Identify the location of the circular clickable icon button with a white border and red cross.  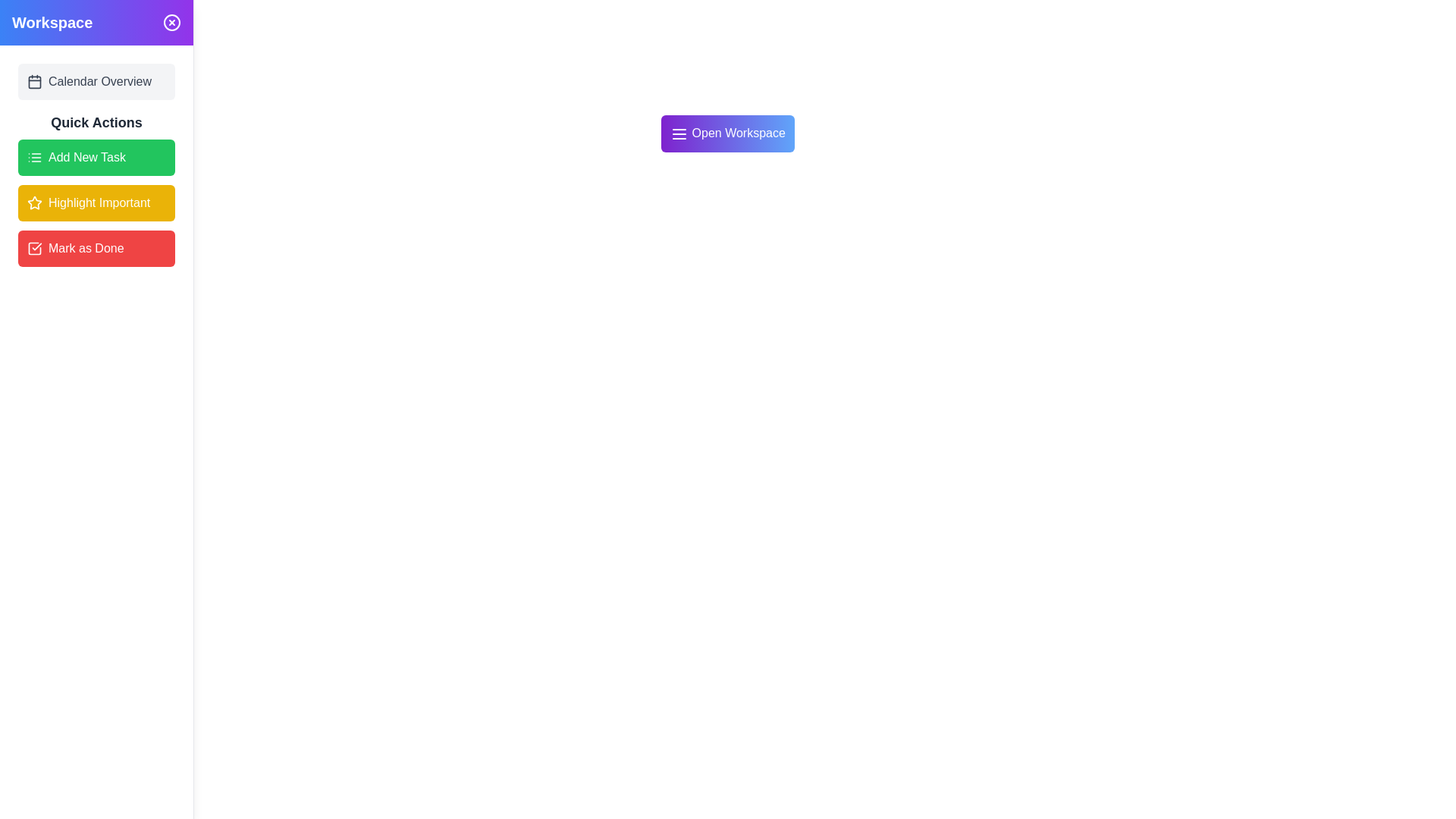
(171, 23).